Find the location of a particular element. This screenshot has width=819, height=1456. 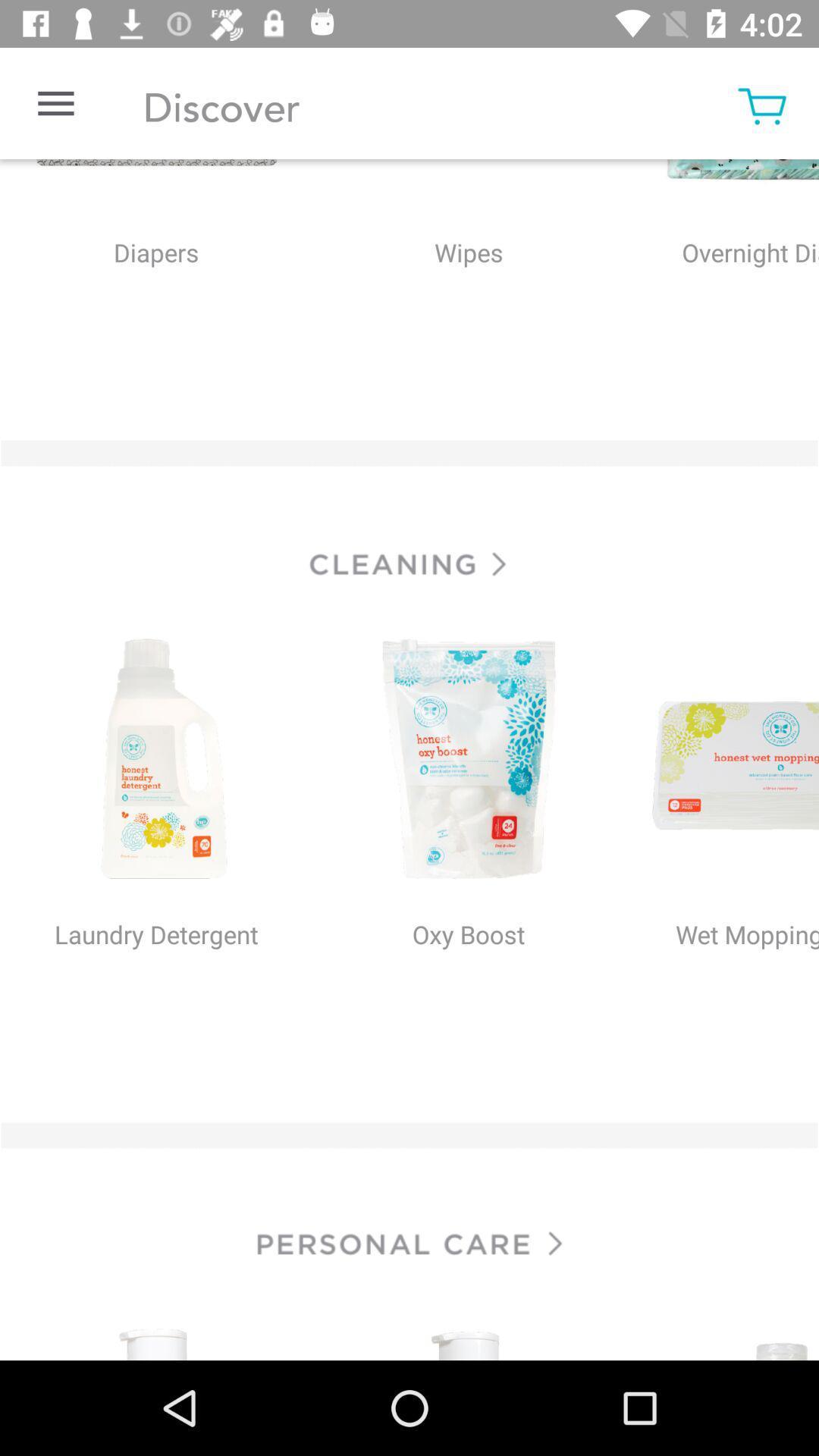

the picture which is above the text wet mopping is located at coordinates (721, 761).